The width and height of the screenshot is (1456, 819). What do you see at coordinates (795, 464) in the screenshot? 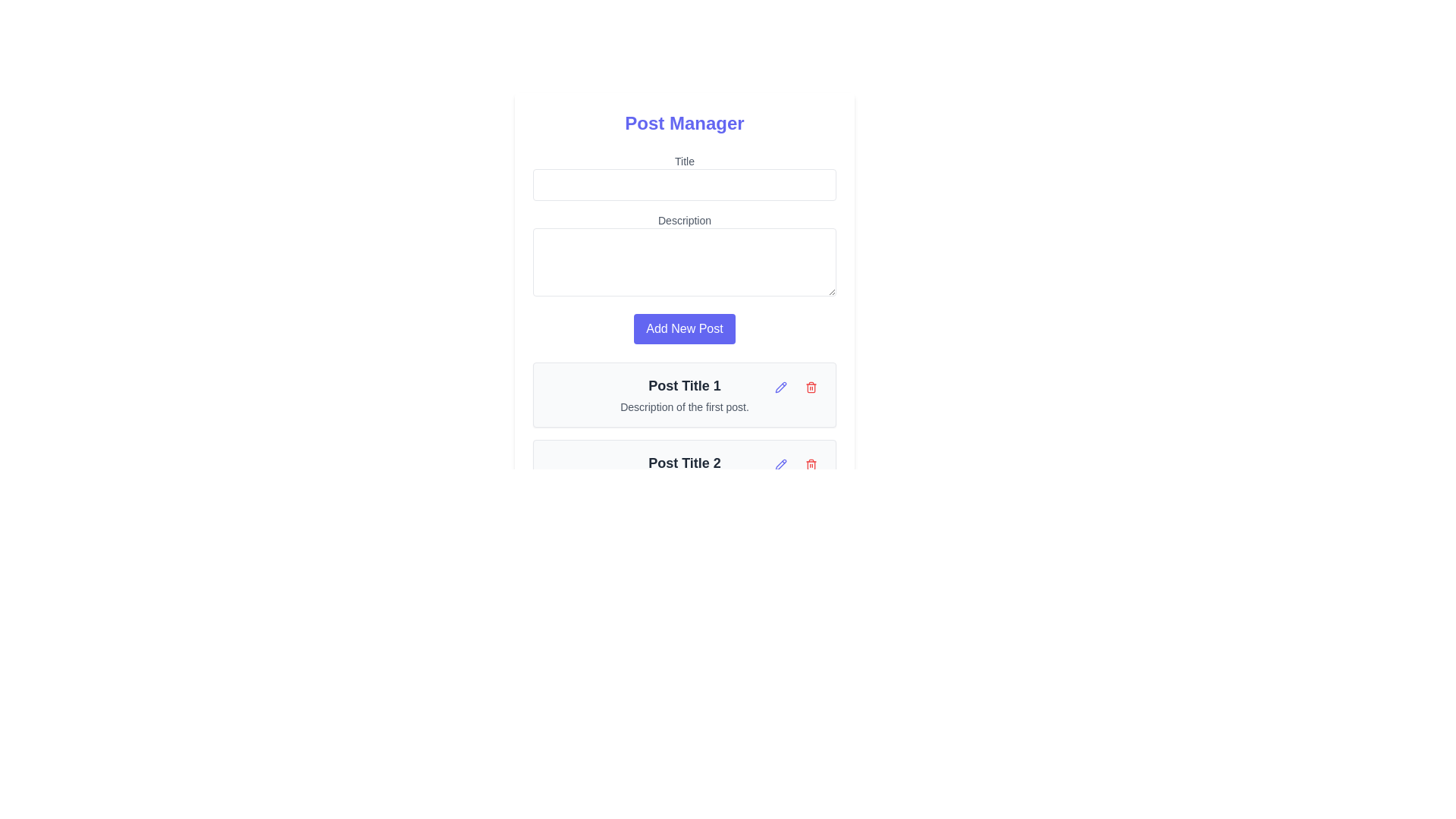
I see `the red trash icon in the horizontal icon group located at the top-right corner of the card labeled 'Post Title 2'` at bounding box center [795, 464].